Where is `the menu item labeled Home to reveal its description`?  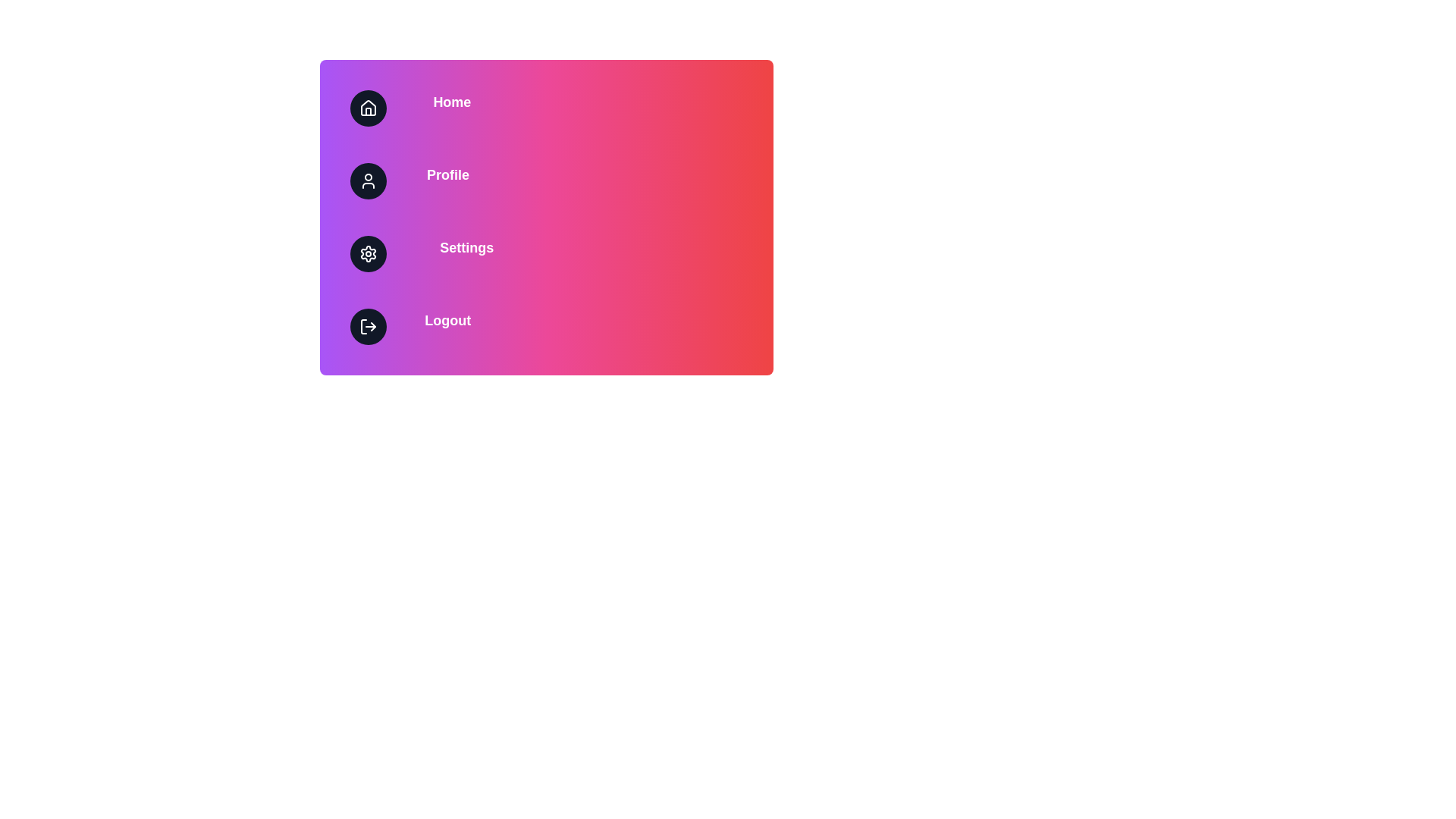
the menu item labeled Home to reveal its description is located at coordinates (546, 107).